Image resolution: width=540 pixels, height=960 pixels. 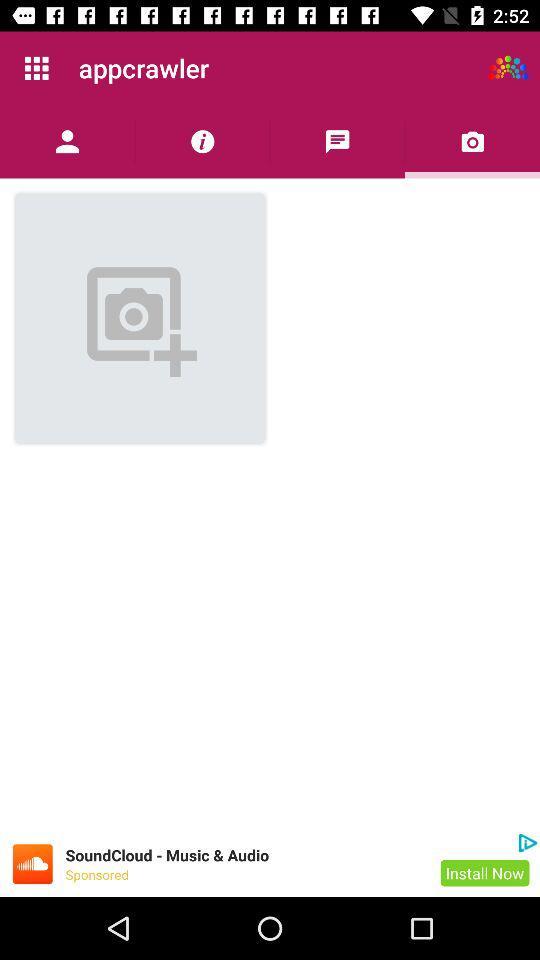 What do you see at coordinates (472, 140) in the screenshot?
I see `choose the image from gallery or take a new photo` at bounding box center [472, 140].